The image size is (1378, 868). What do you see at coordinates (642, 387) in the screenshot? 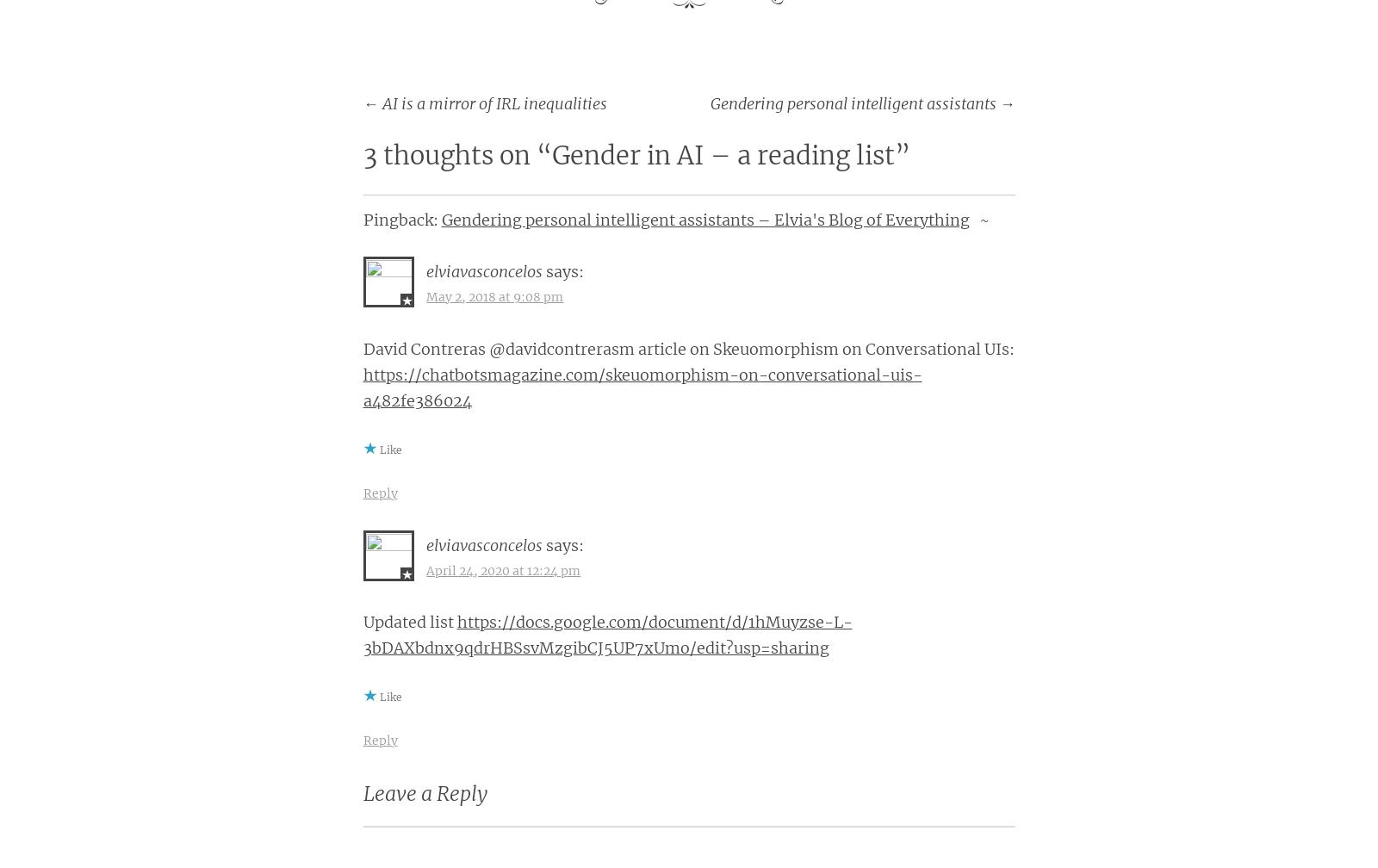
I see `'https://chatbotsmagazine.com/skeuomorphism-on-conversational-uis-a482fe386024'` at bounding box center [642, 387].